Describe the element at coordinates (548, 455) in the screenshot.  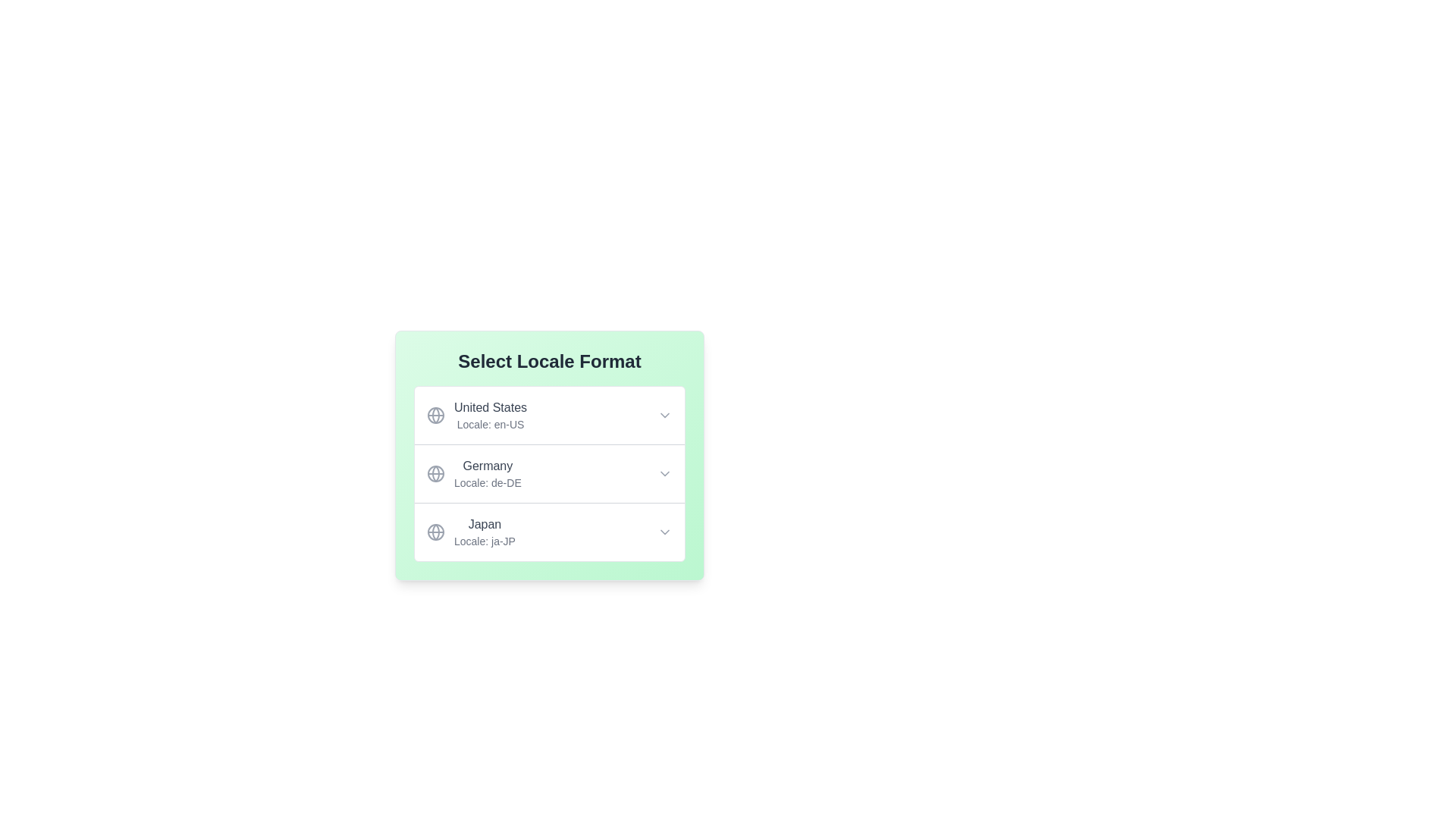
I see `the second row of the locale selection menu` at that location.